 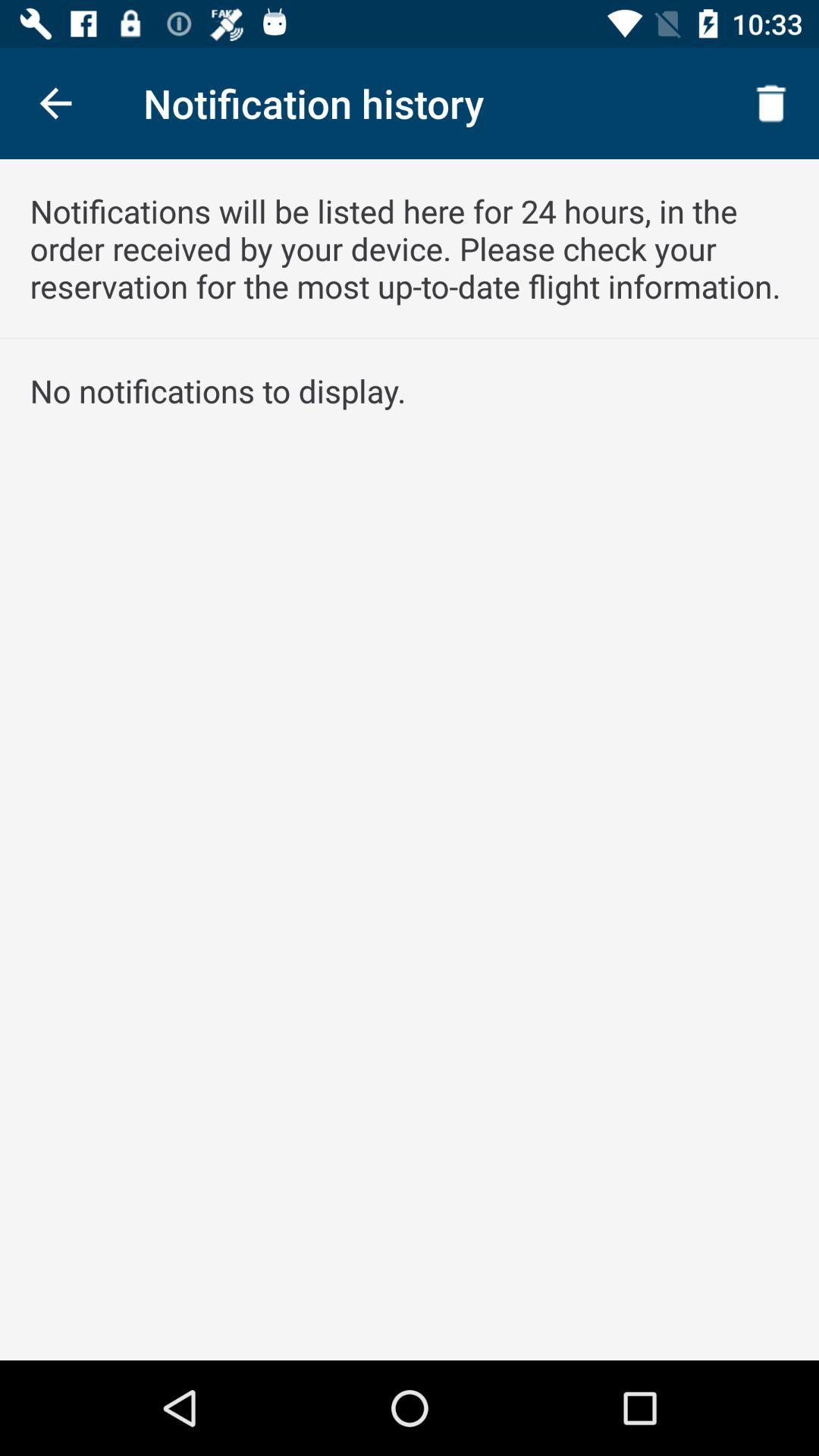 What do you see at coordinates (55, 102) in the screenshot?
I see `the item next to notification history icon` at bounding box center [55, 102].